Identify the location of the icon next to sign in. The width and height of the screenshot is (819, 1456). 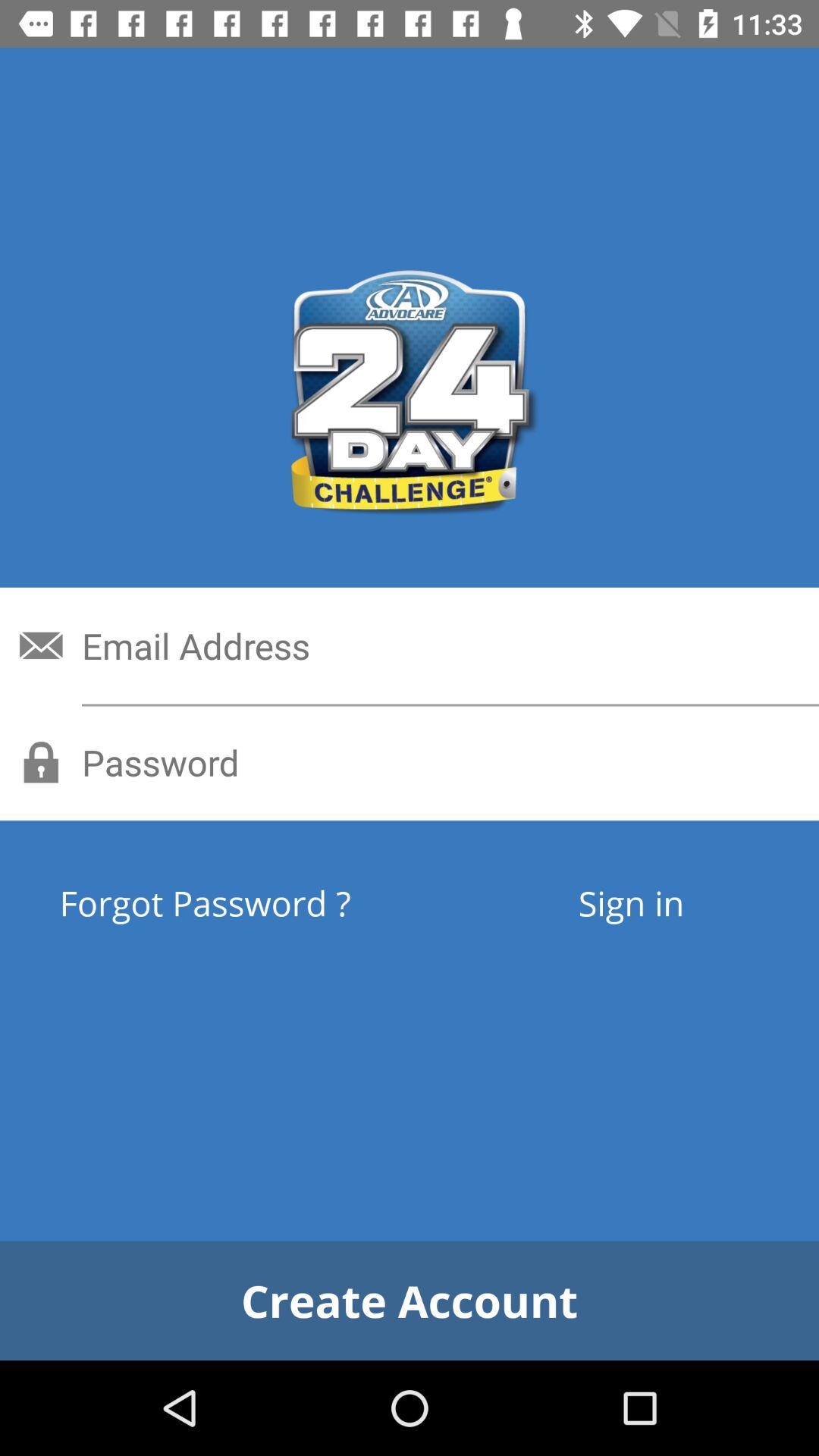
(260, 902).